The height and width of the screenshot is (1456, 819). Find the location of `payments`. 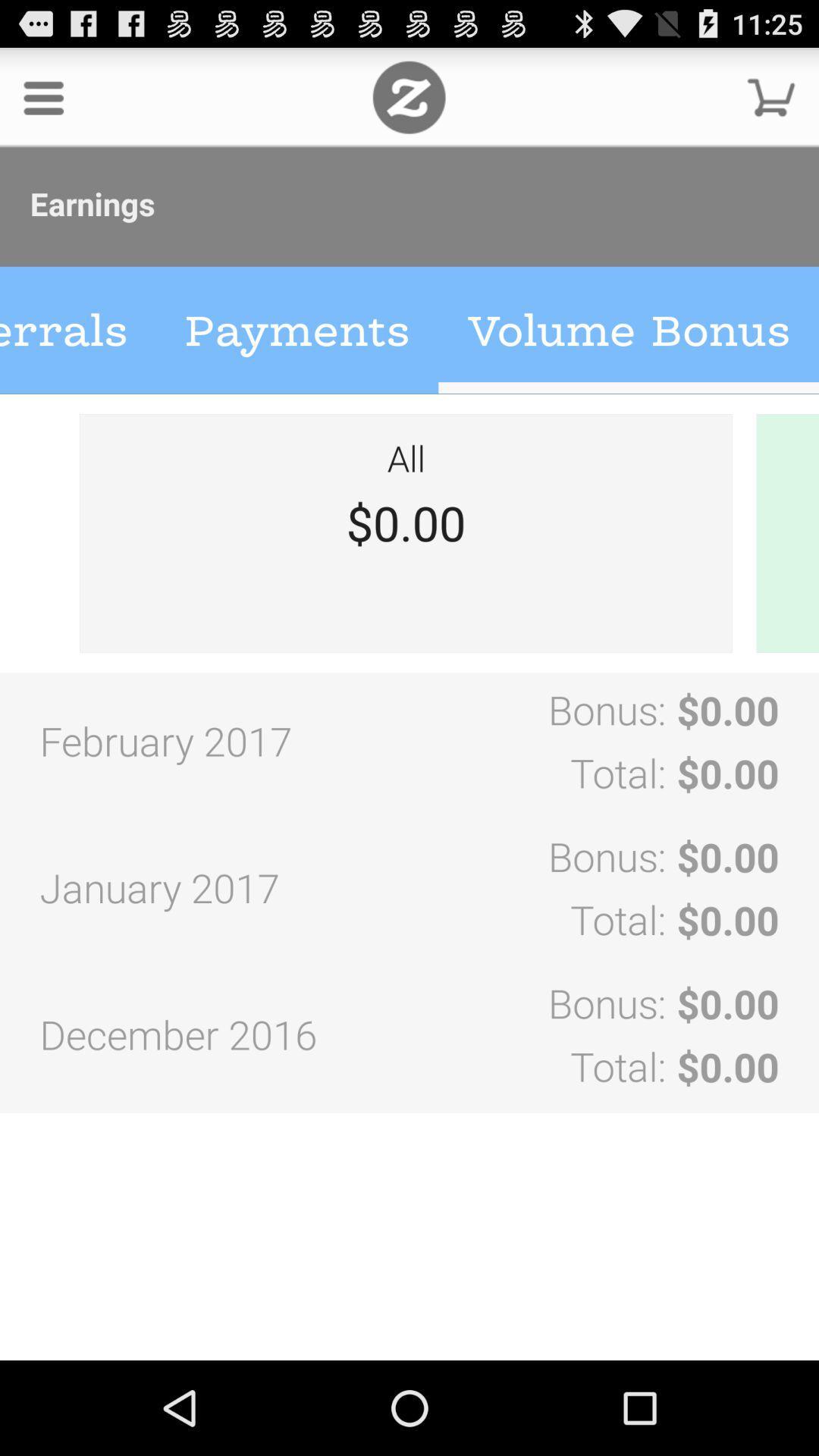

payments is located at coordinates (297, 330).